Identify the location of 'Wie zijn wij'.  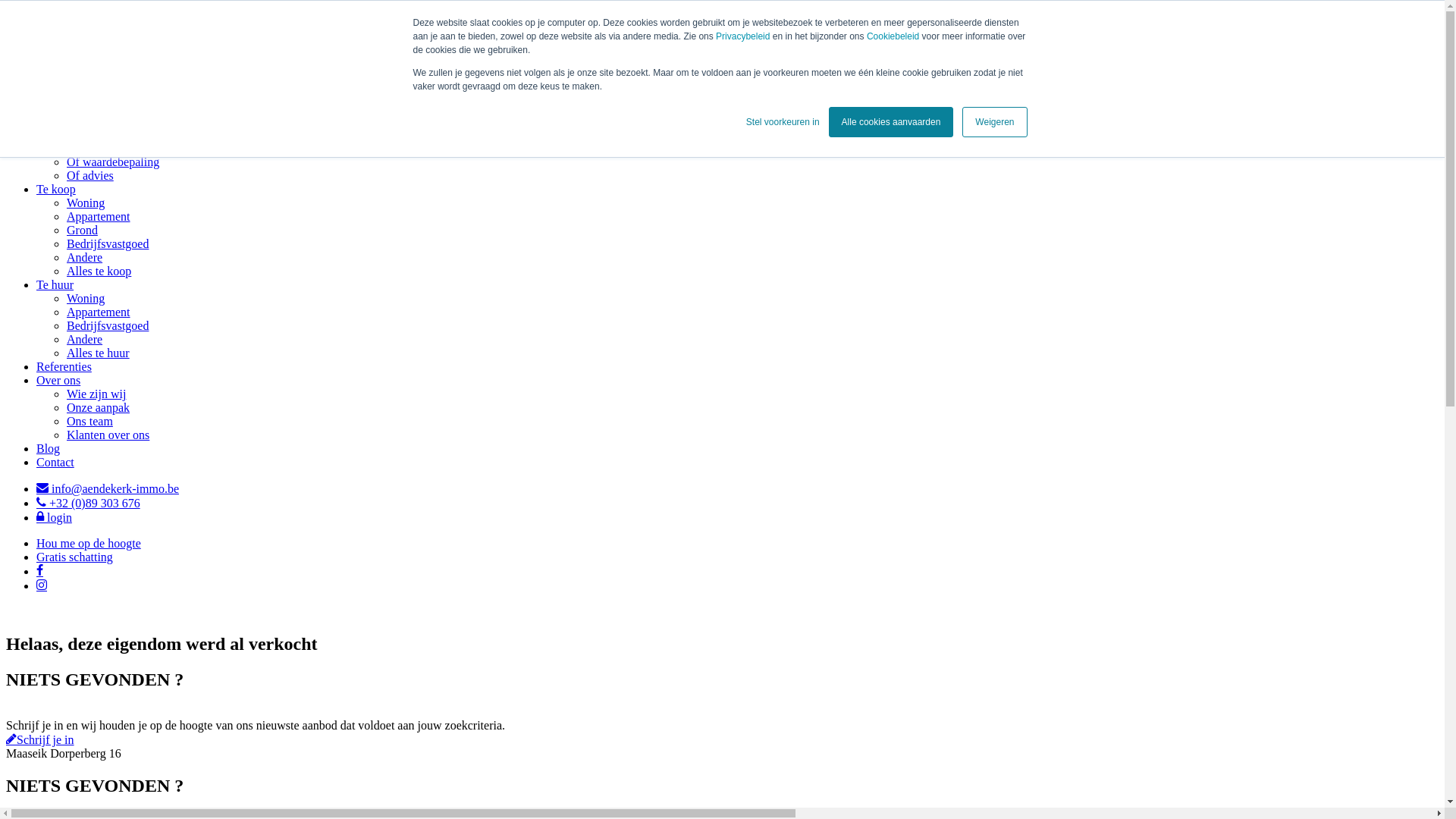
(95, 393).